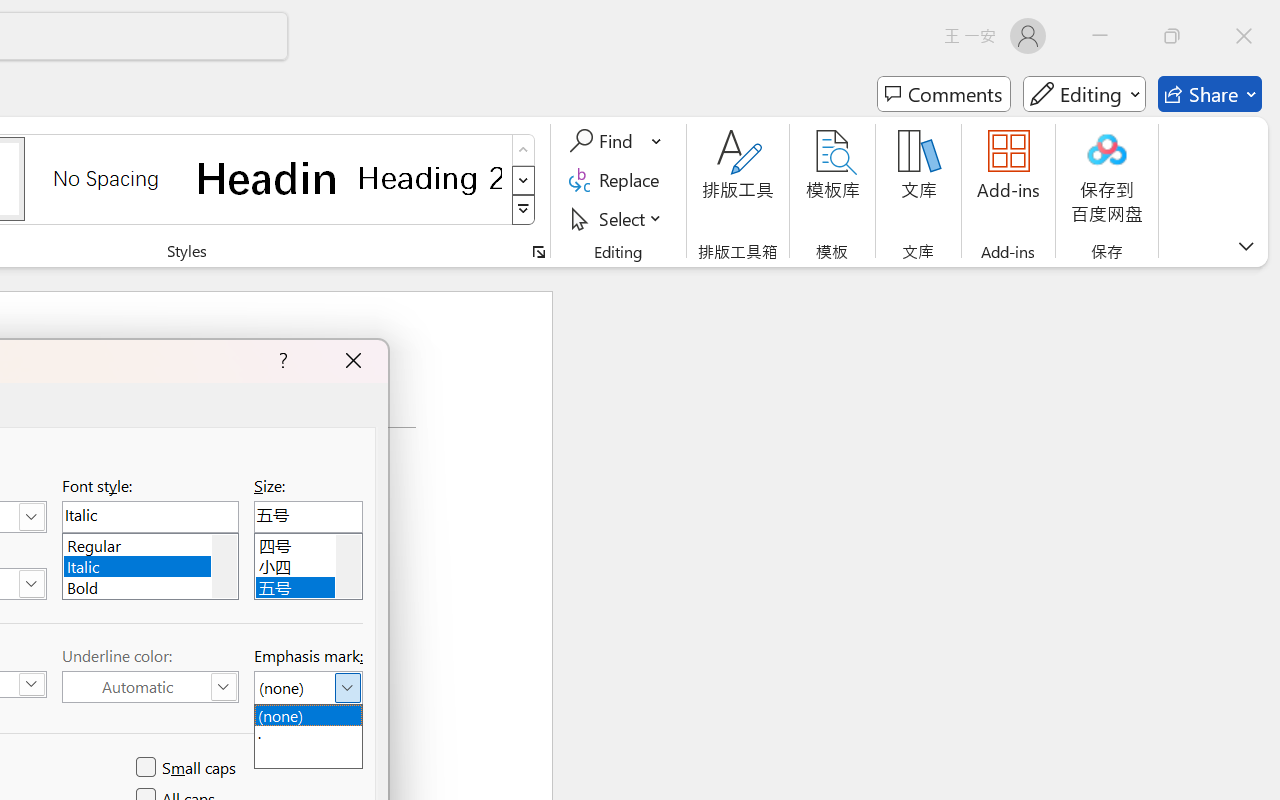 This screenshot has width=1280, height=800. What do you see at coordinates (188, 767) in the screenshot?
I see `'Small caps'` at bounding box center [188, 767].